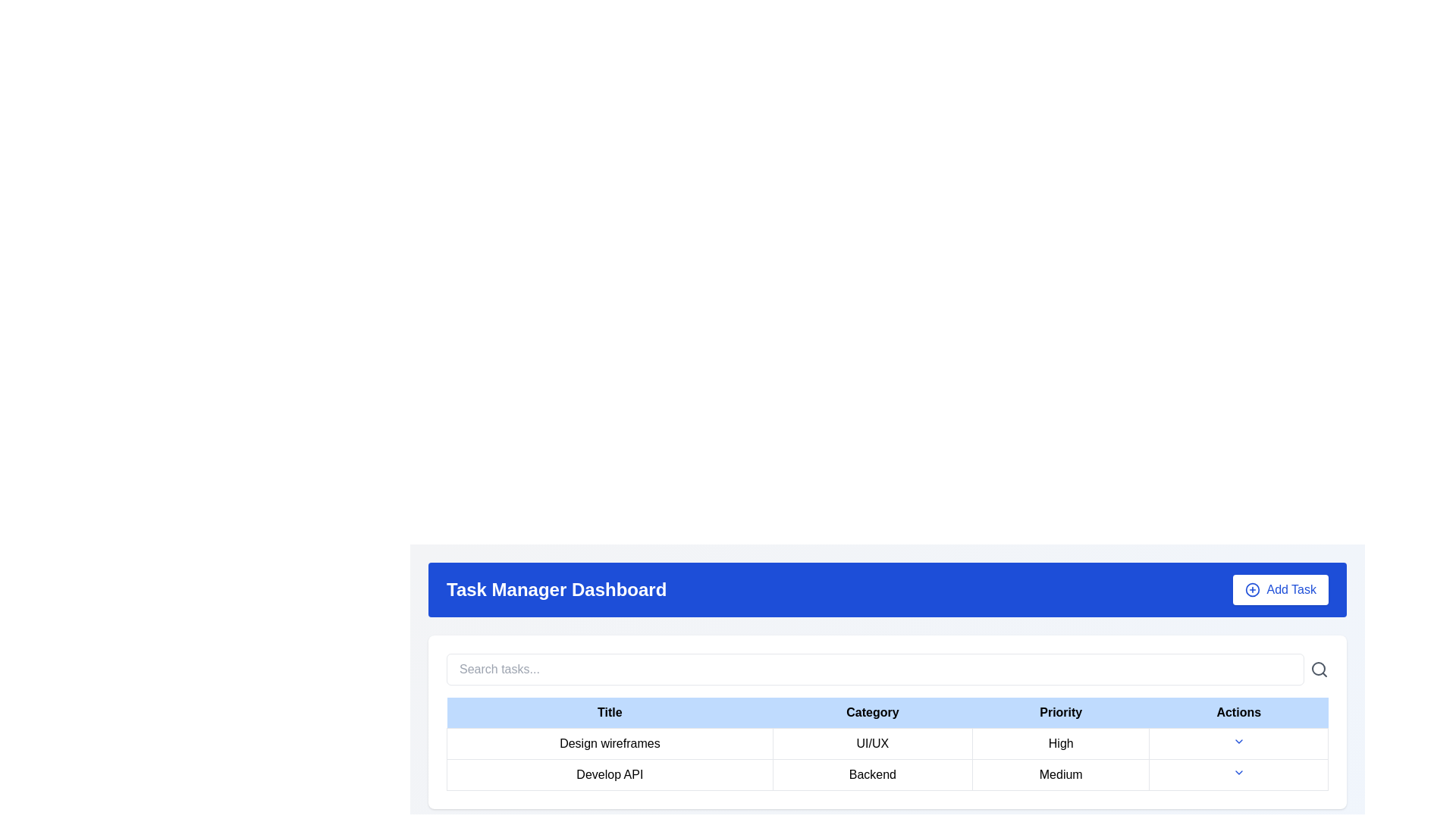  Describe the element at coordinates (1253, 589) in the screenshot. I see `the Graphical Circle element located at the top-right corner of the dashboard header, which is part of an icon and suggests an additive action` at that location.